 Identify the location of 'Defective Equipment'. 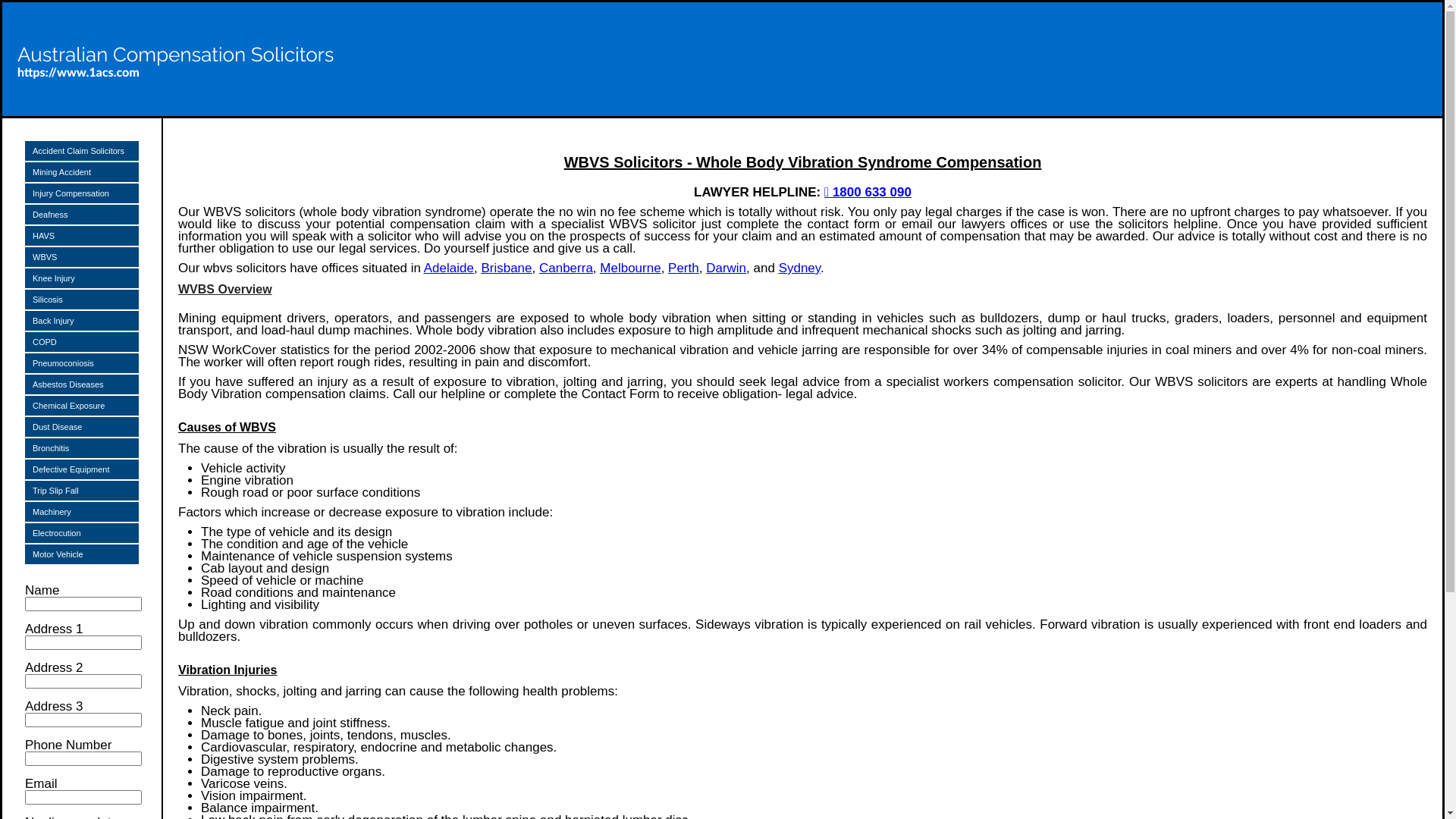
(80, 468).